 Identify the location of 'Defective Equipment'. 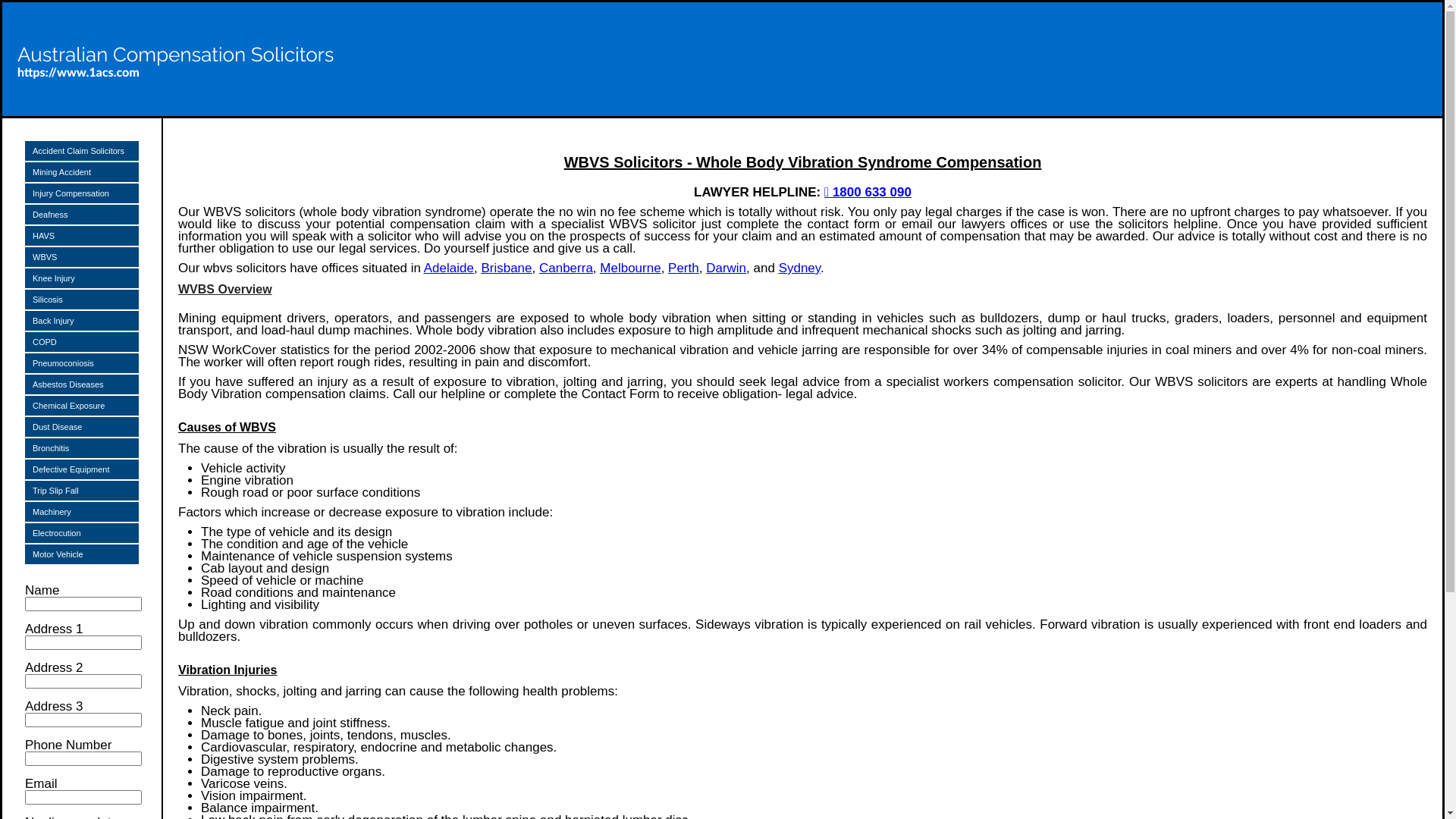
(80, 468).